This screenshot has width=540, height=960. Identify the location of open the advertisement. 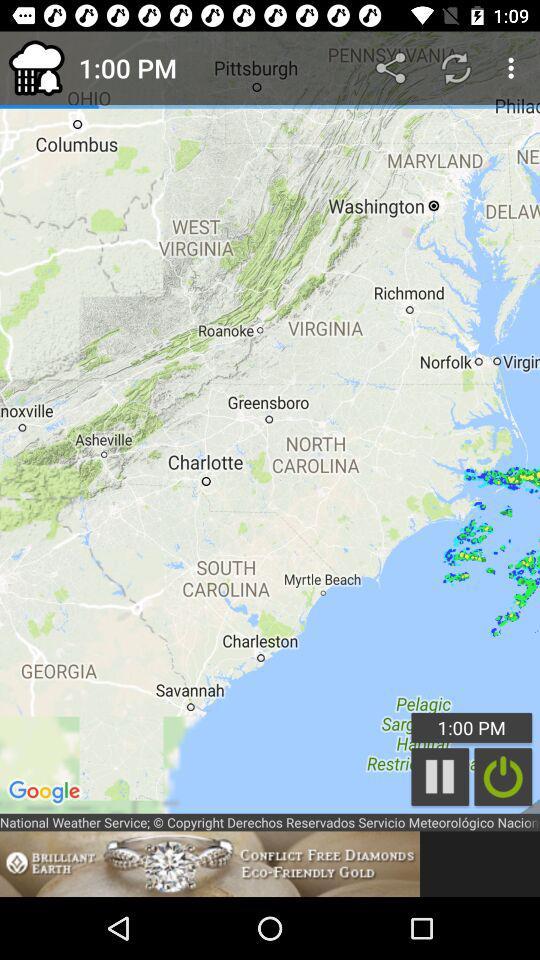
(209, 863).